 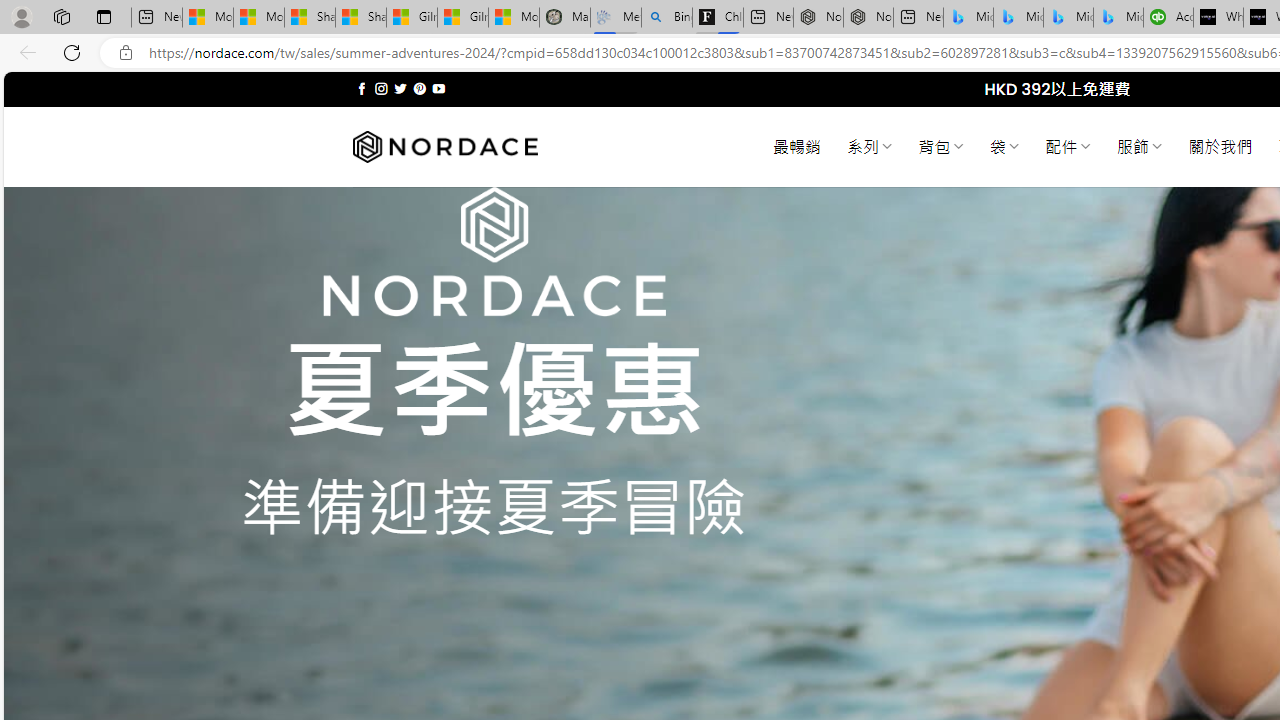 I want to click on 'Follow on Twitter', so click(x=400, y=88).